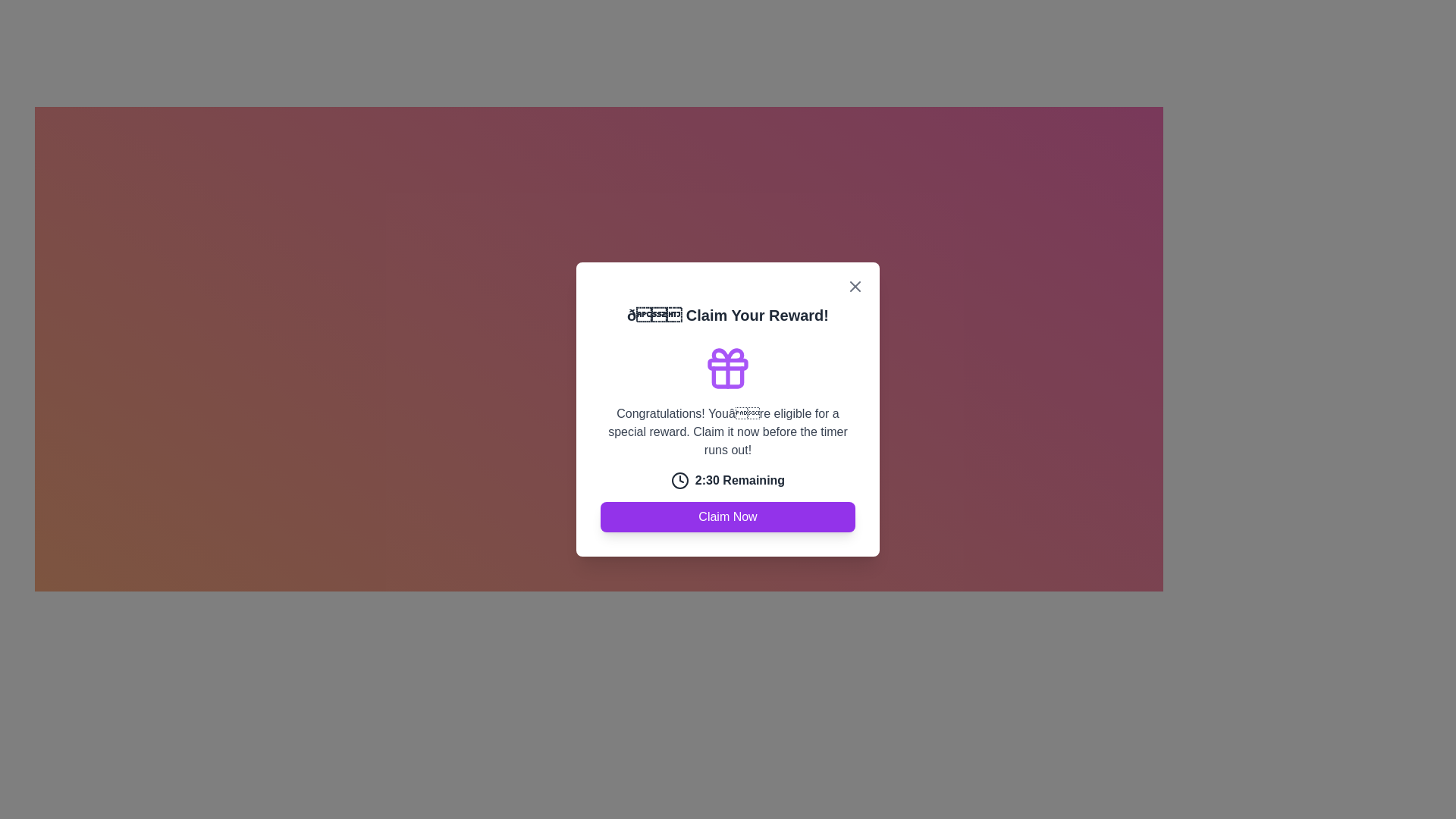 The height and width of the screenshot is (819, 1456). Describe the element at coordinates (855, 287) in the screenshot. I see `the close button located` at that location.